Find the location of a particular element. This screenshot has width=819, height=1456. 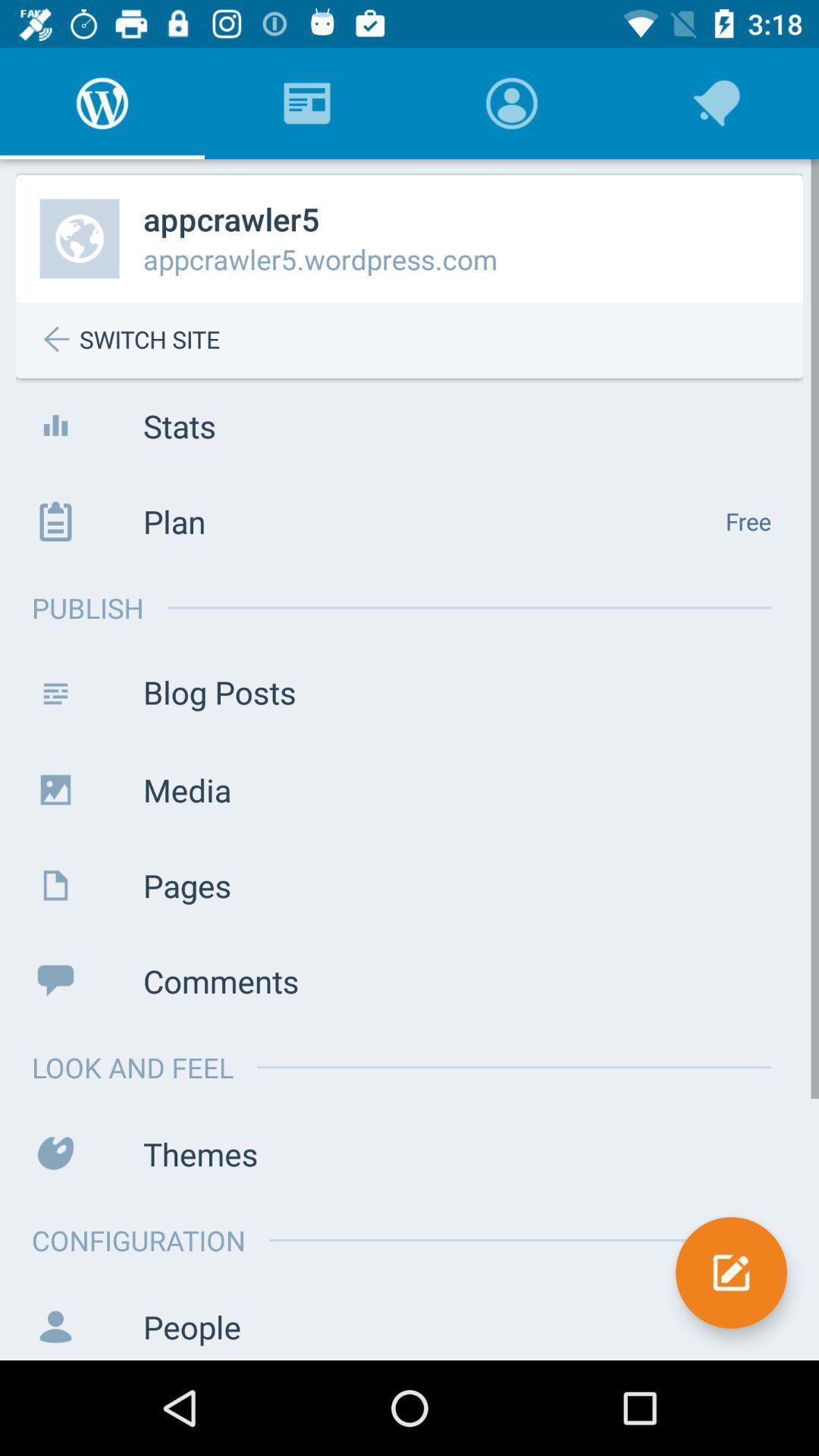

the icon above stats item is located at coordinates (421, 339).